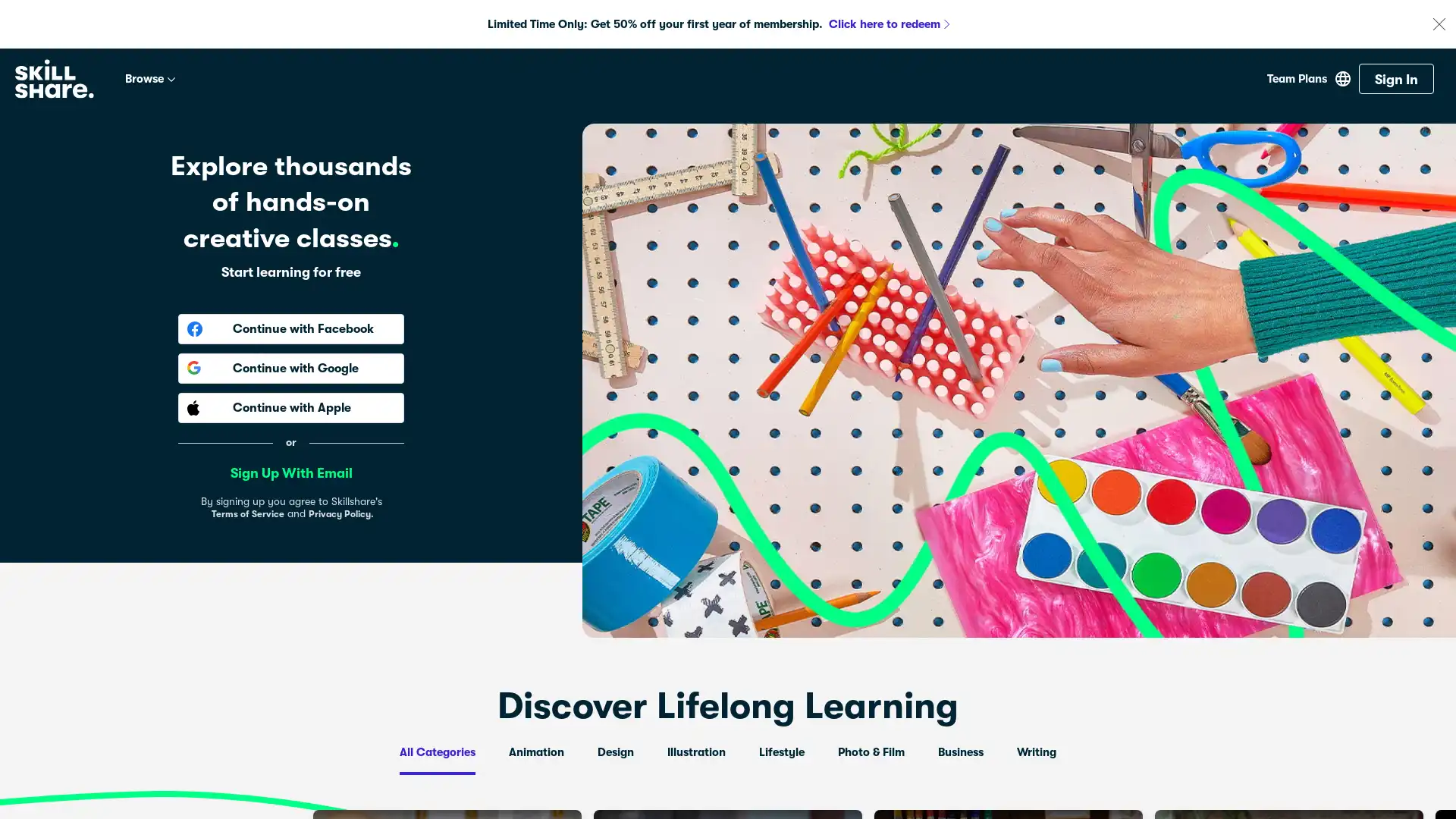 Image resolution: width=1456 pixels, height=819 pixels. What do you see at coordinates (291, 406) in the screenshot?
I see `Continue with Apple` at bounding box center [291, 406].